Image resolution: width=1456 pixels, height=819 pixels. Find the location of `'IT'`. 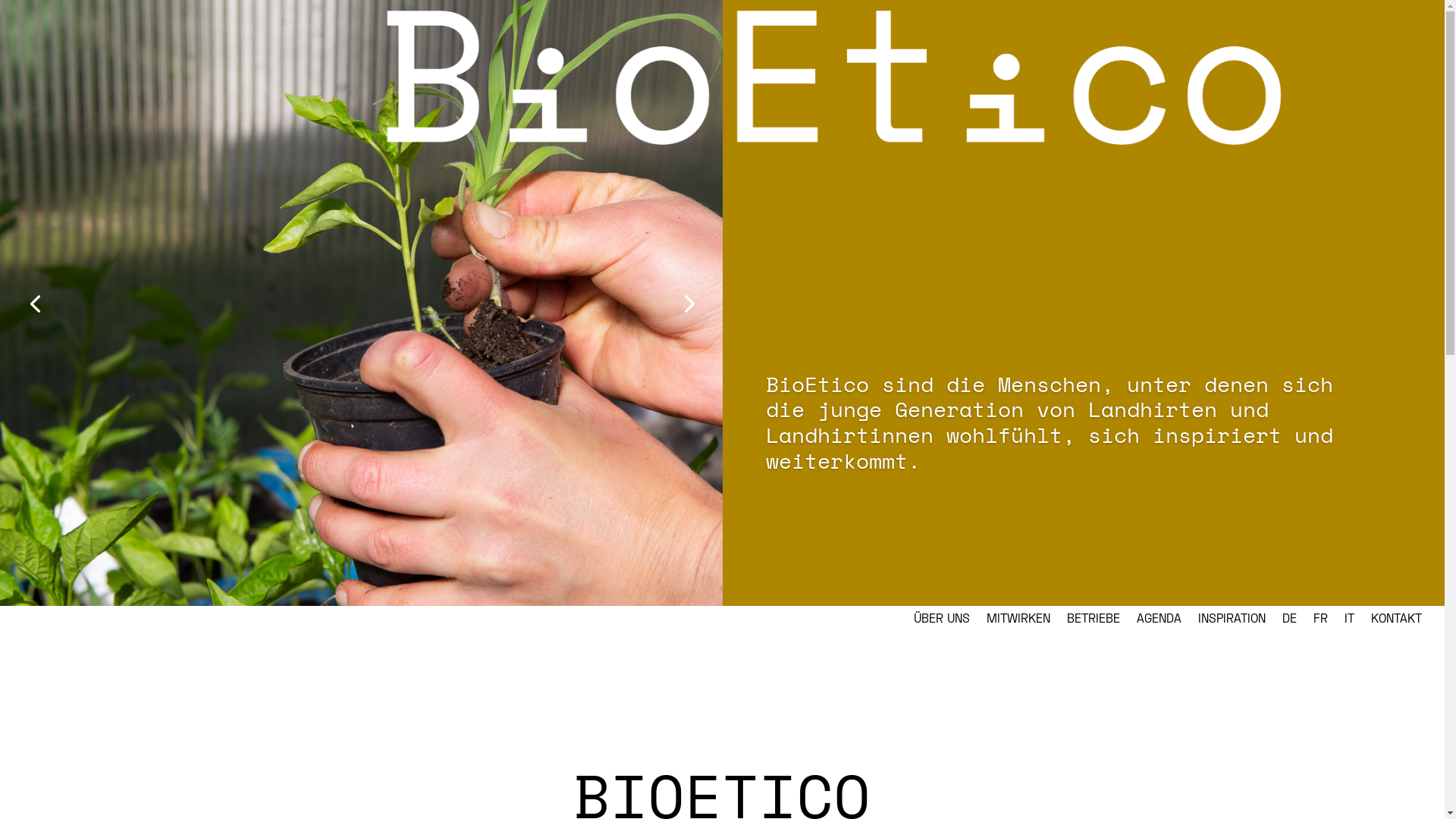

'IT' is located at coordinates (1344, 620).